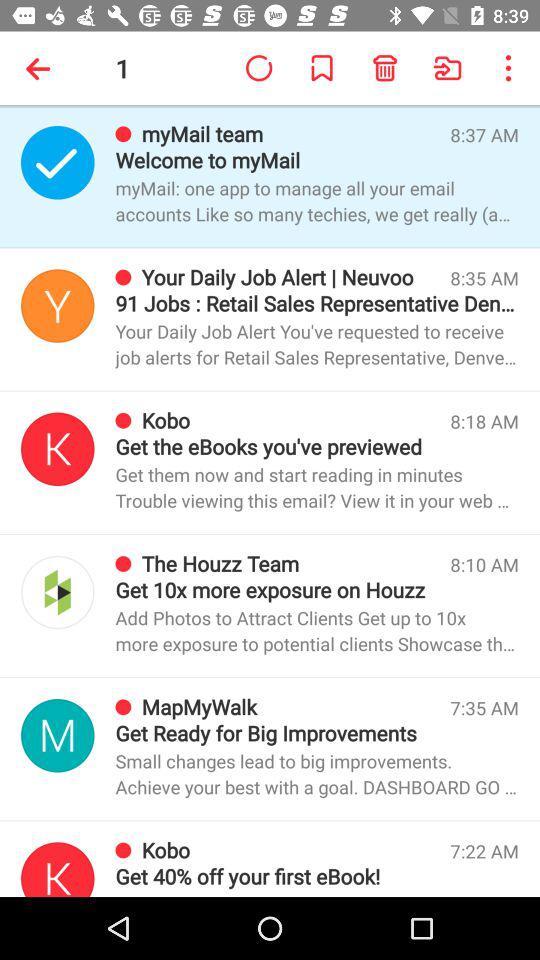 This screenshot has height=960, width=540. I want to click on open kobo message, so click(57, 868).